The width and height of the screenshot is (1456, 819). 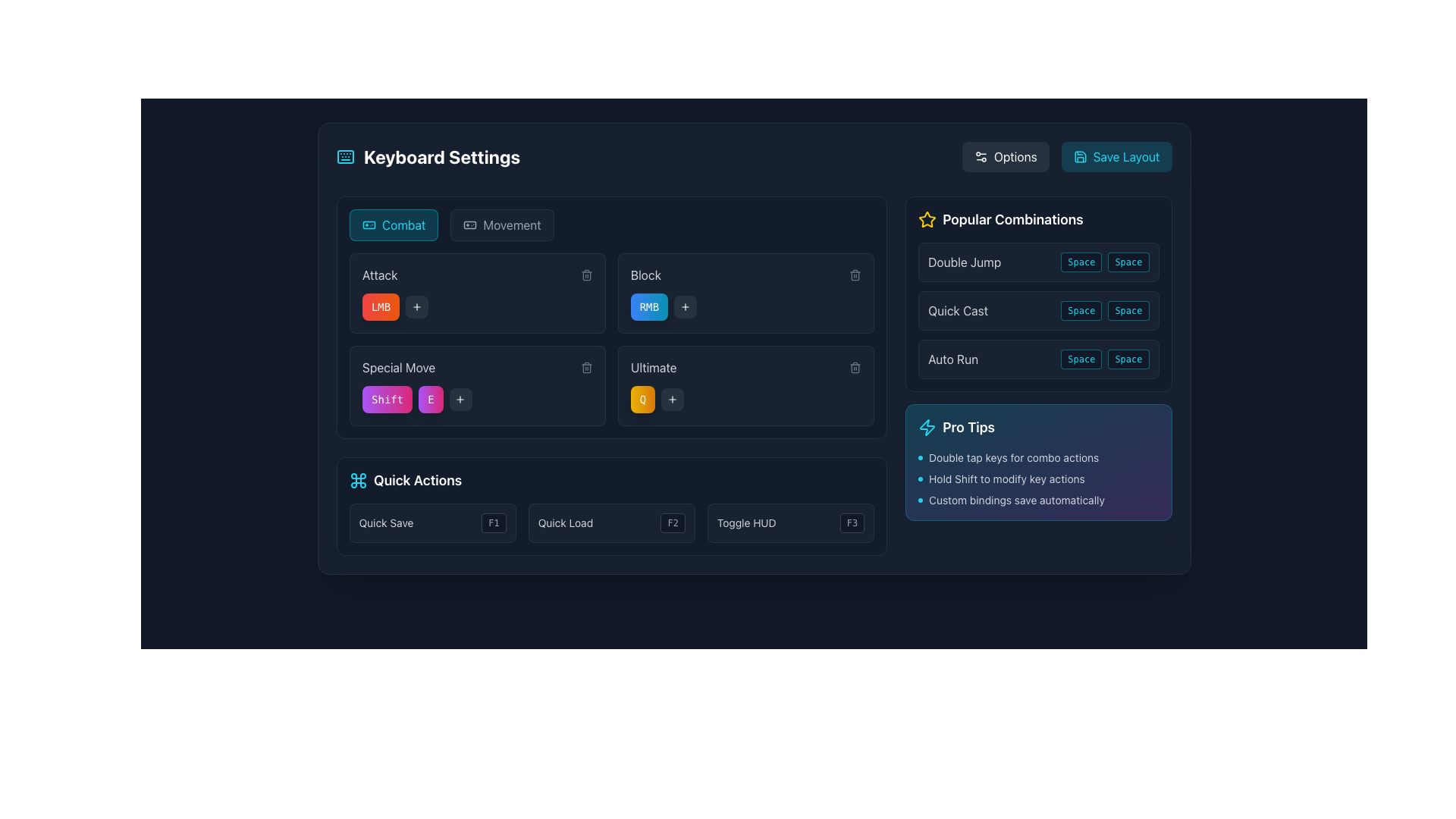 What do you see at coordinates (469, 225) in the screenshot?
I see `the gamepad icon element that represents the 'Movement' button's functionality, located in the 'Keyboard Settings' section of the application` at bounding box center [469, 225].